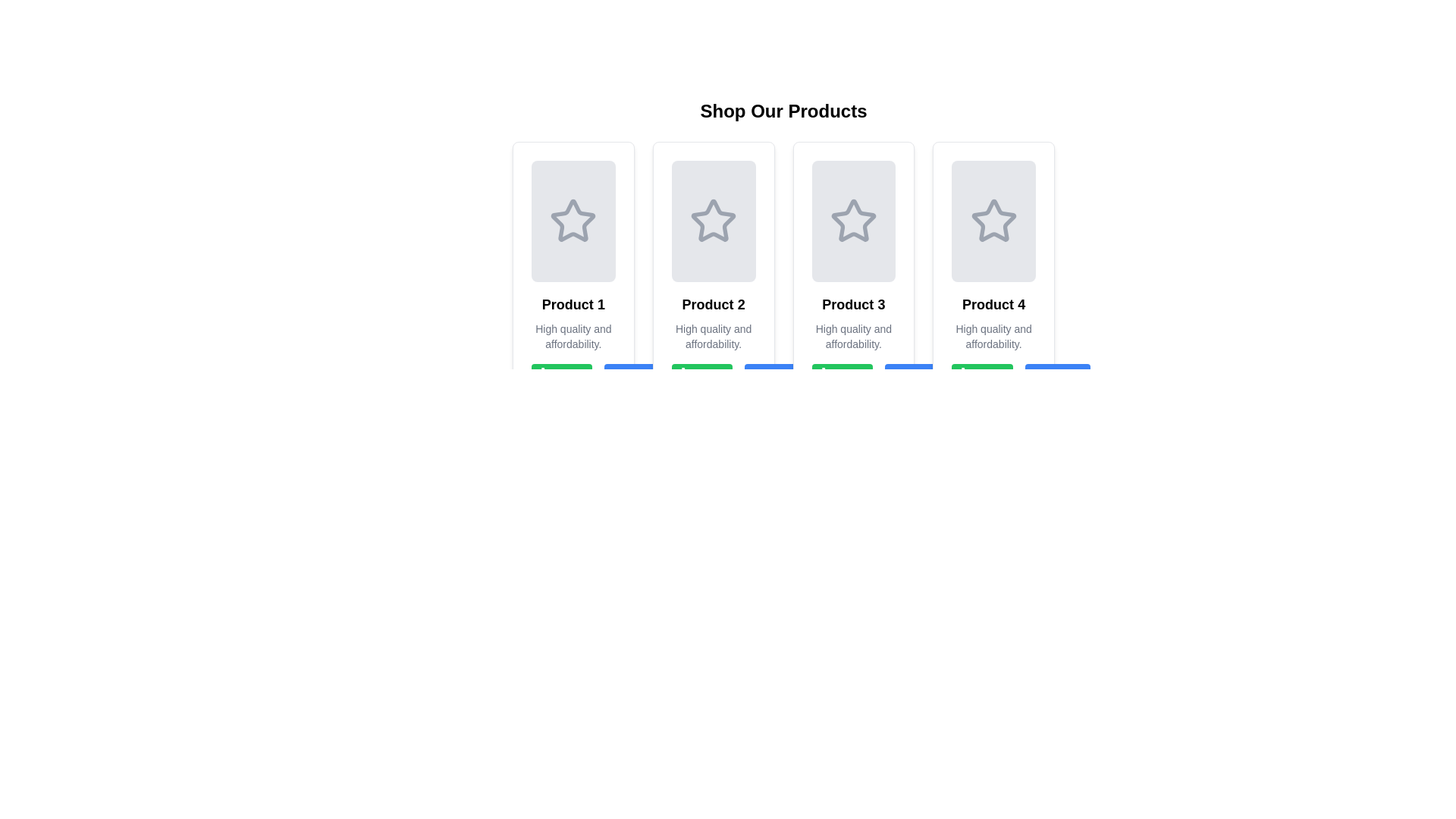  I want to click on the star-shaped icon used as a rating indicator located at the top center of the first product card in a horizontal list of four cards, so click(573, 220).